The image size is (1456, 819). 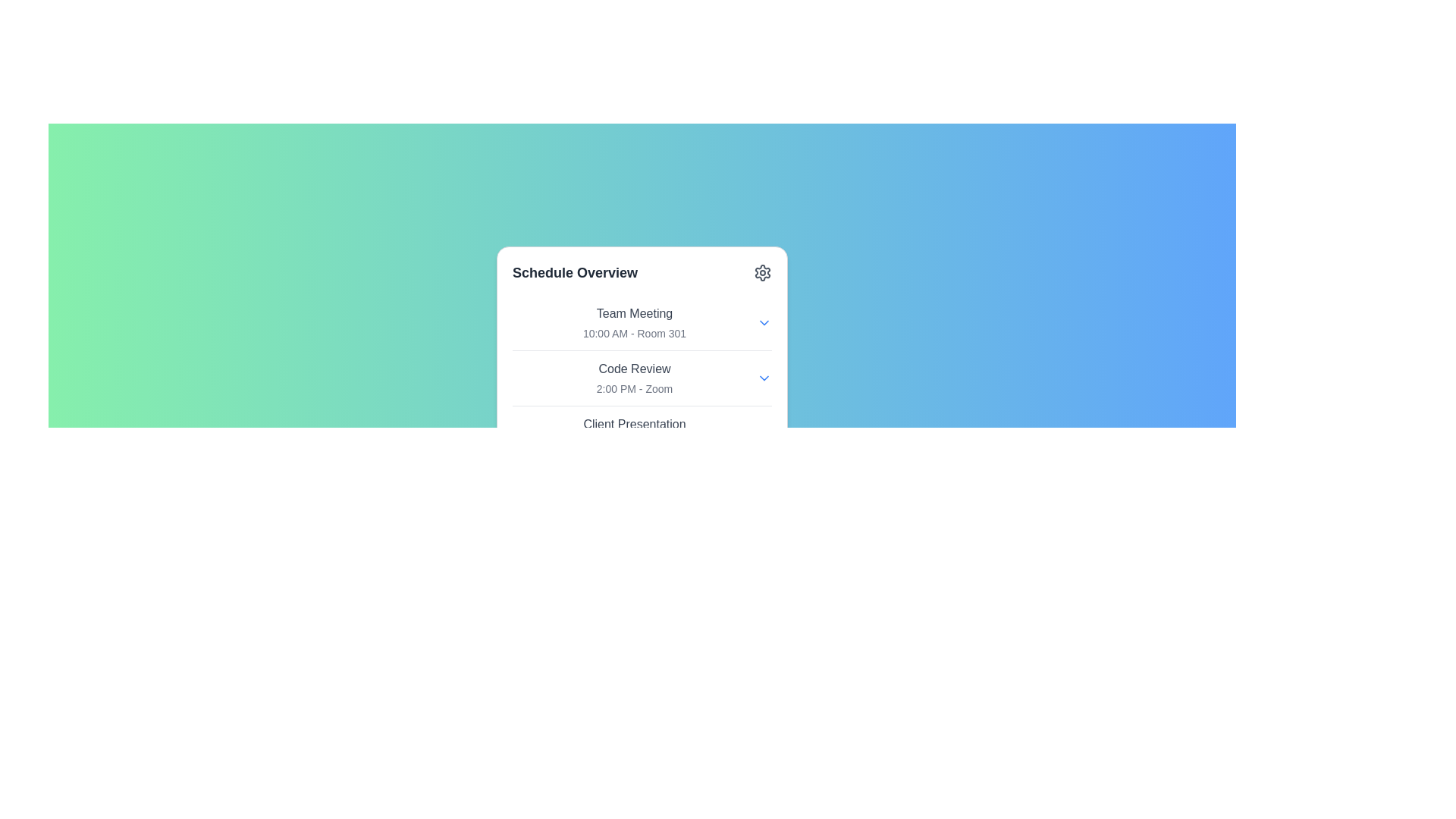 I want to click on the text label displaying '10:00 AM - Room 301', which is styled in a small gray font and is located beneath the 'Team Meeting' title in the 'Schedule Overview' panel, so click(x=634, y=332).